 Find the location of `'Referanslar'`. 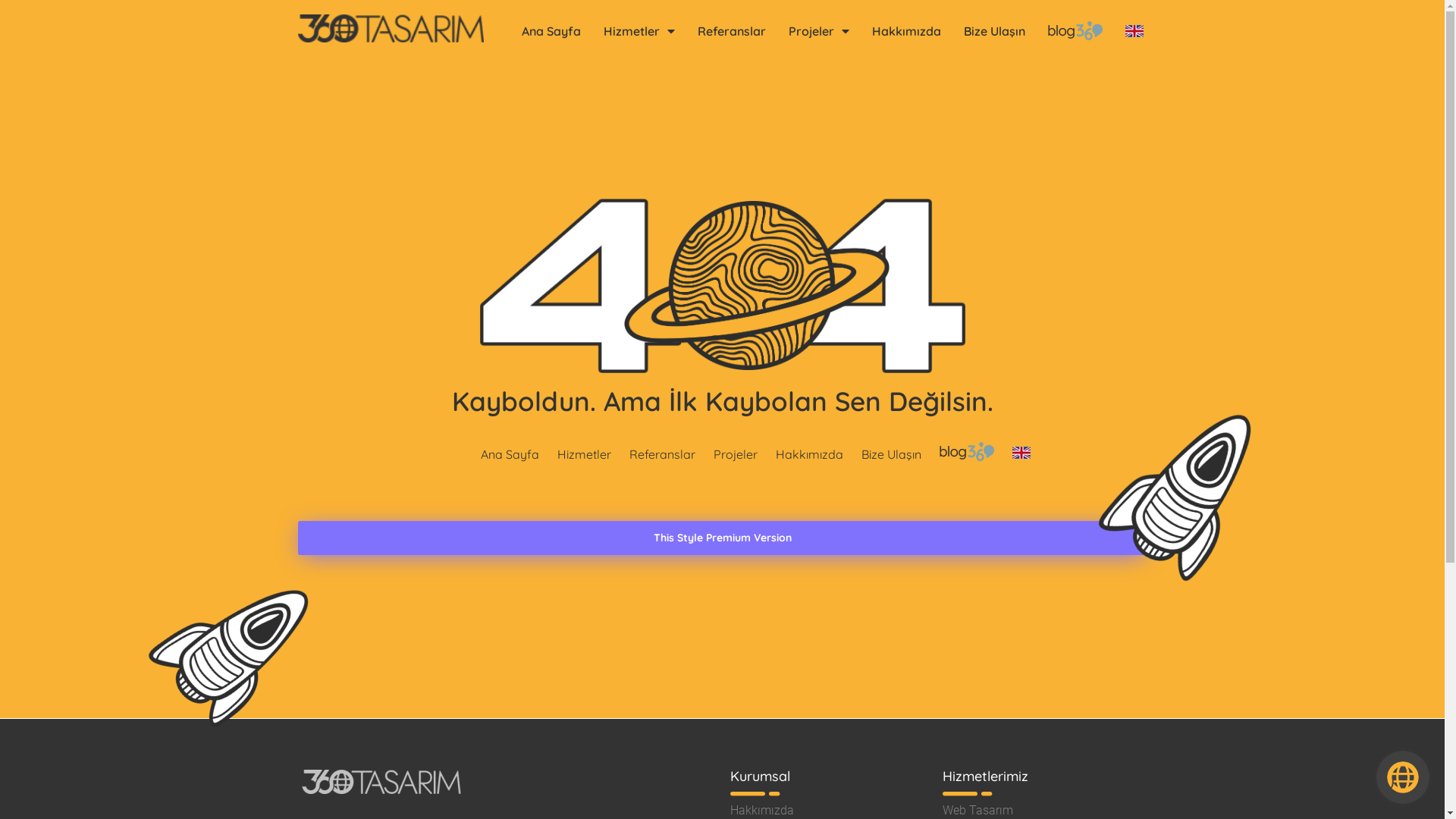

'Referanslar' is located at coordinates (662, 452).